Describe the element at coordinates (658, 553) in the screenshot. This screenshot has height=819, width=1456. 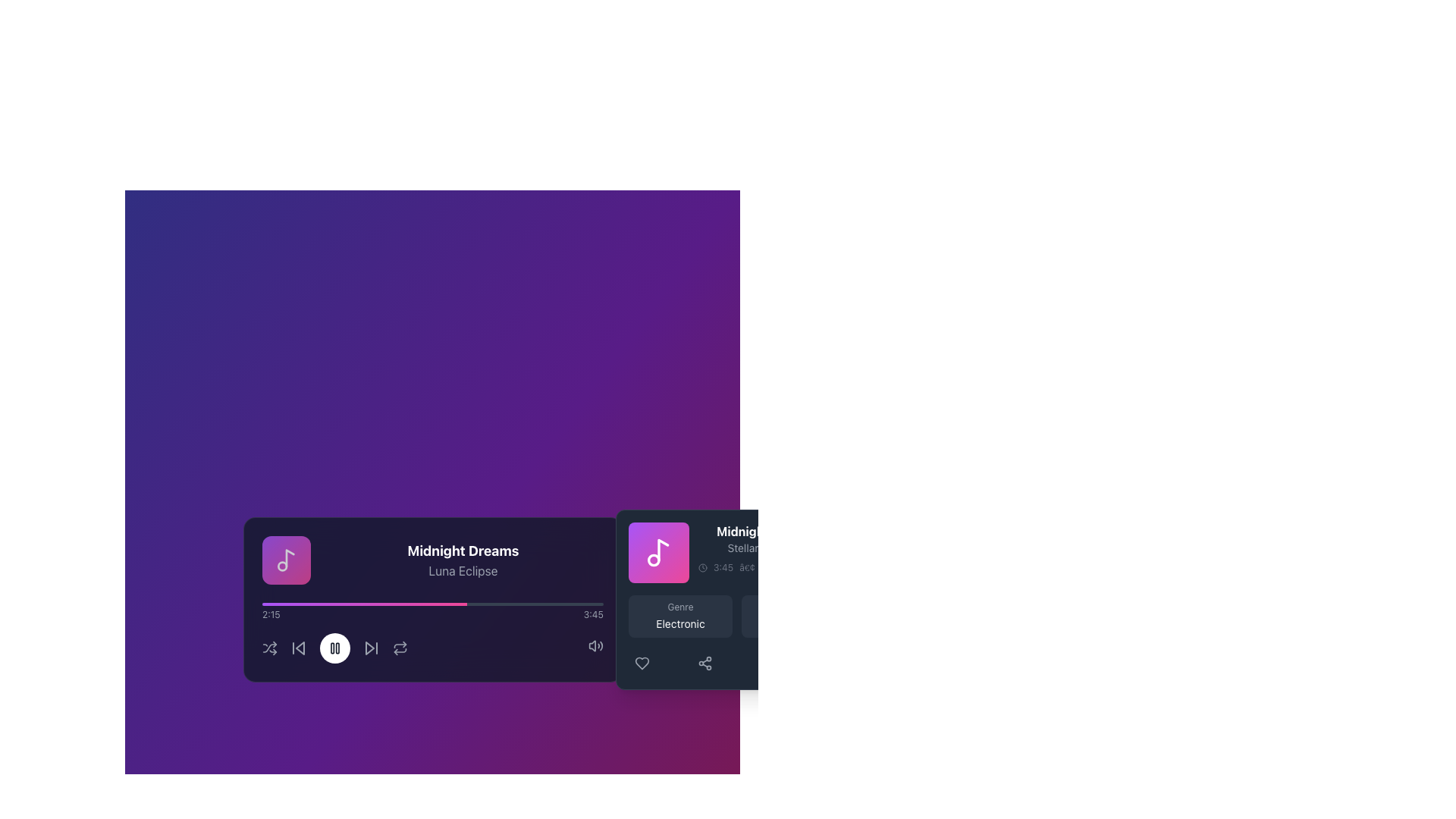
I see `the thumbnail icon for the music item 'Midnight Dreams'` at that location.